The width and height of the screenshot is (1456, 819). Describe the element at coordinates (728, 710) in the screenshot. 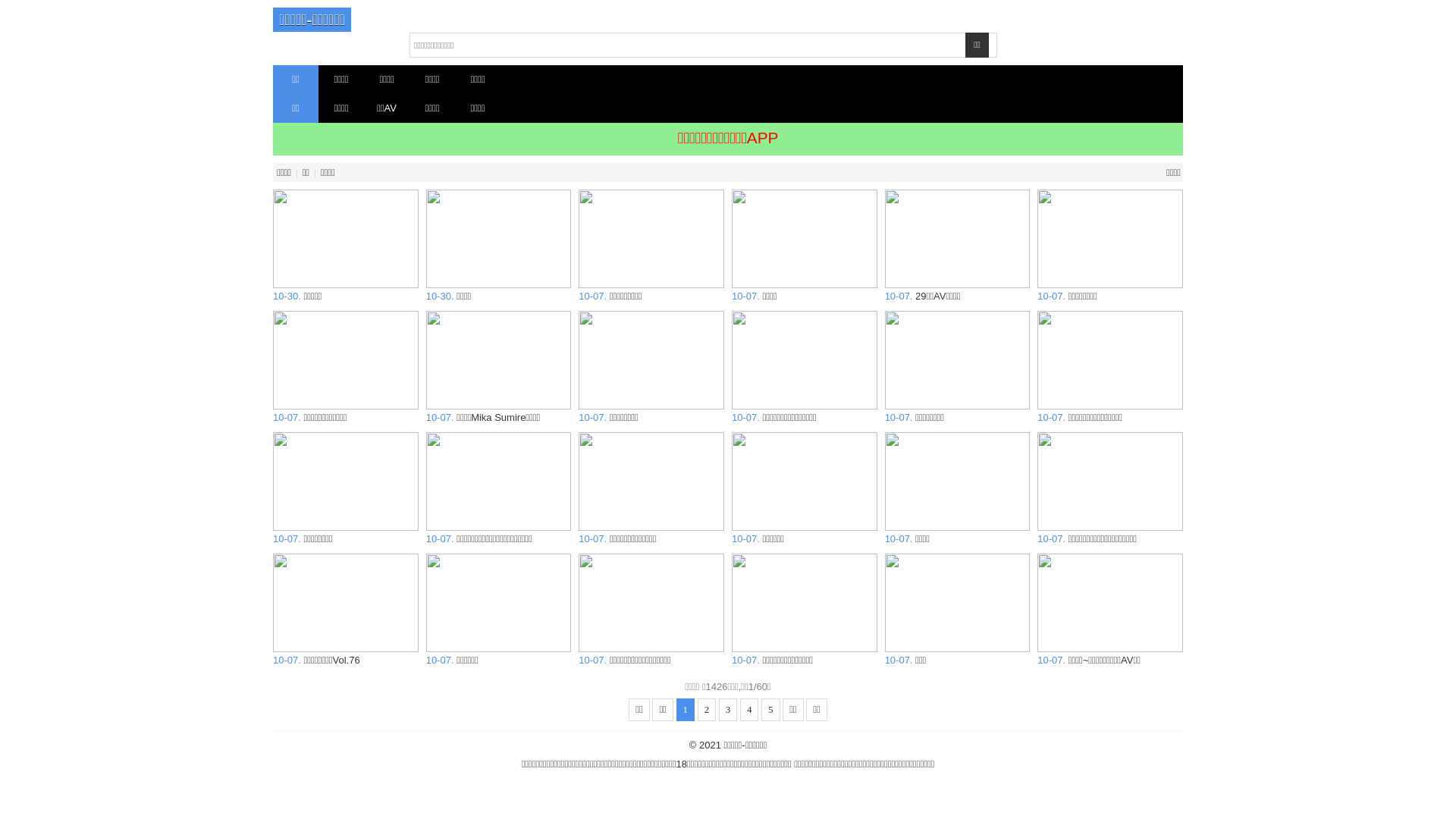

I see `'3'` at that location.